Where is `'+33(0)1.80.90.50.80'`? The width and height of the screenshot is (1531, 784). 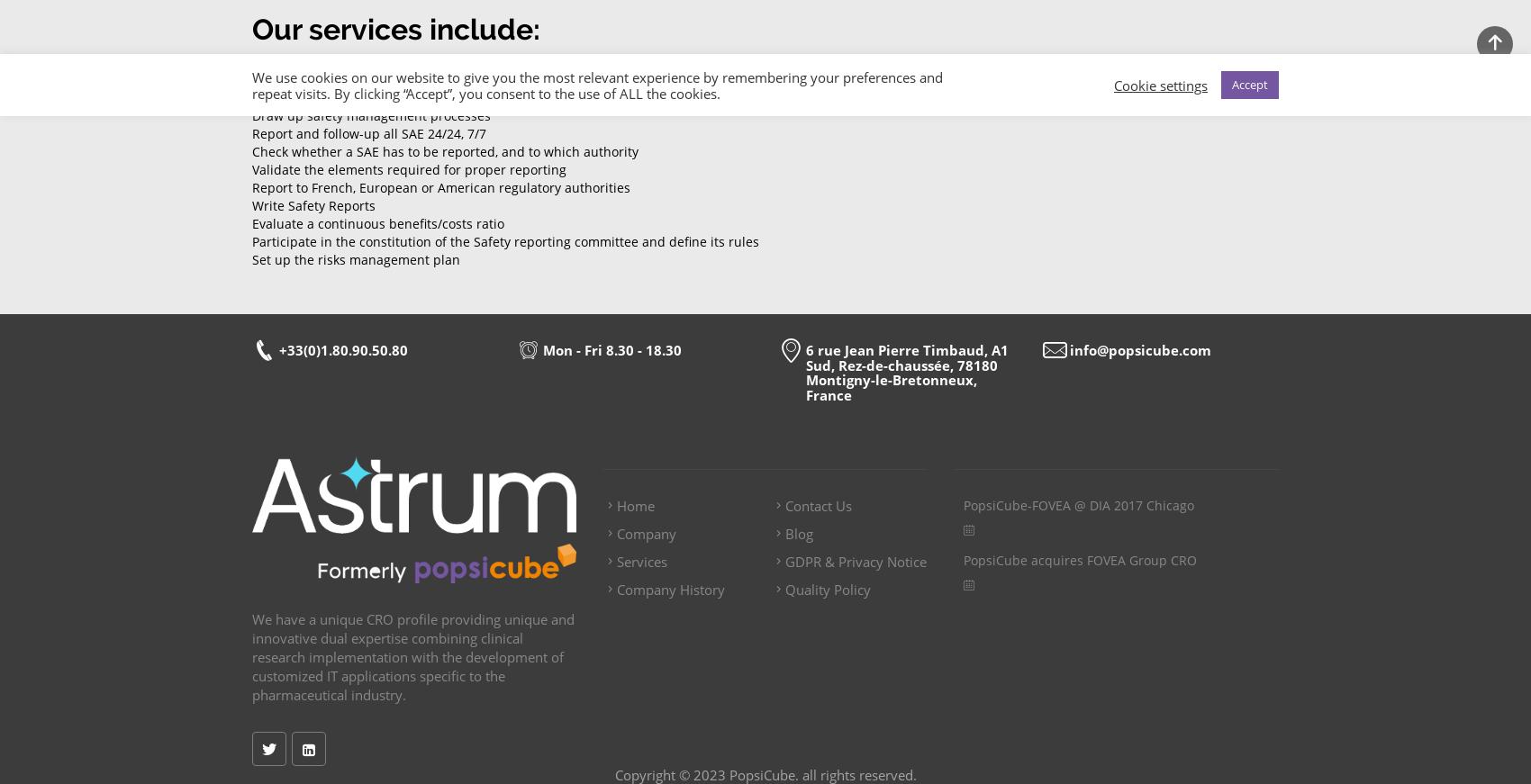
'+33(0)1.80.90.50.80' is located at coordinates (342, 348).